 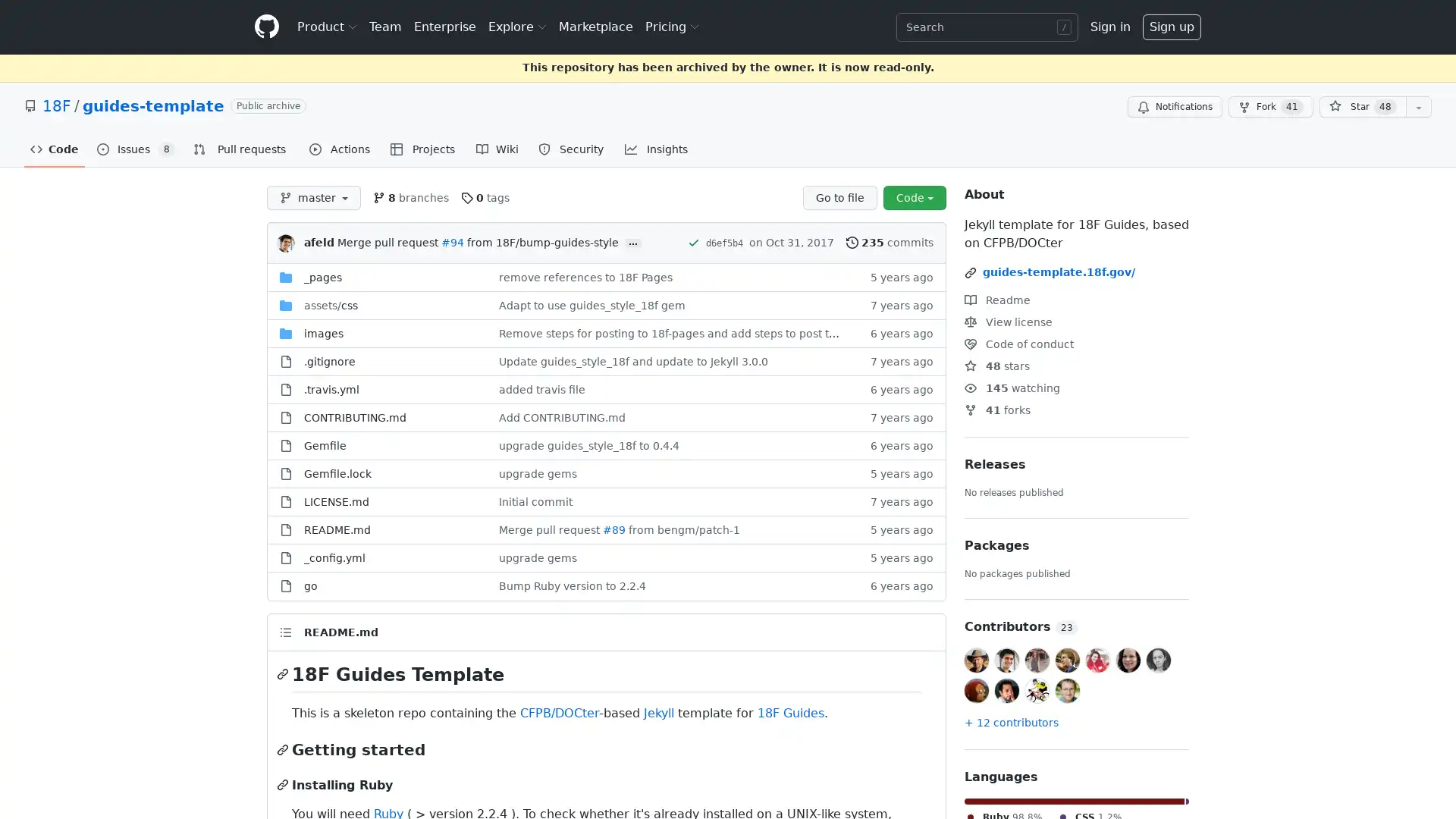 I want to click on You must be signed in to add this repository to a list, so click(x=1418, y=106).